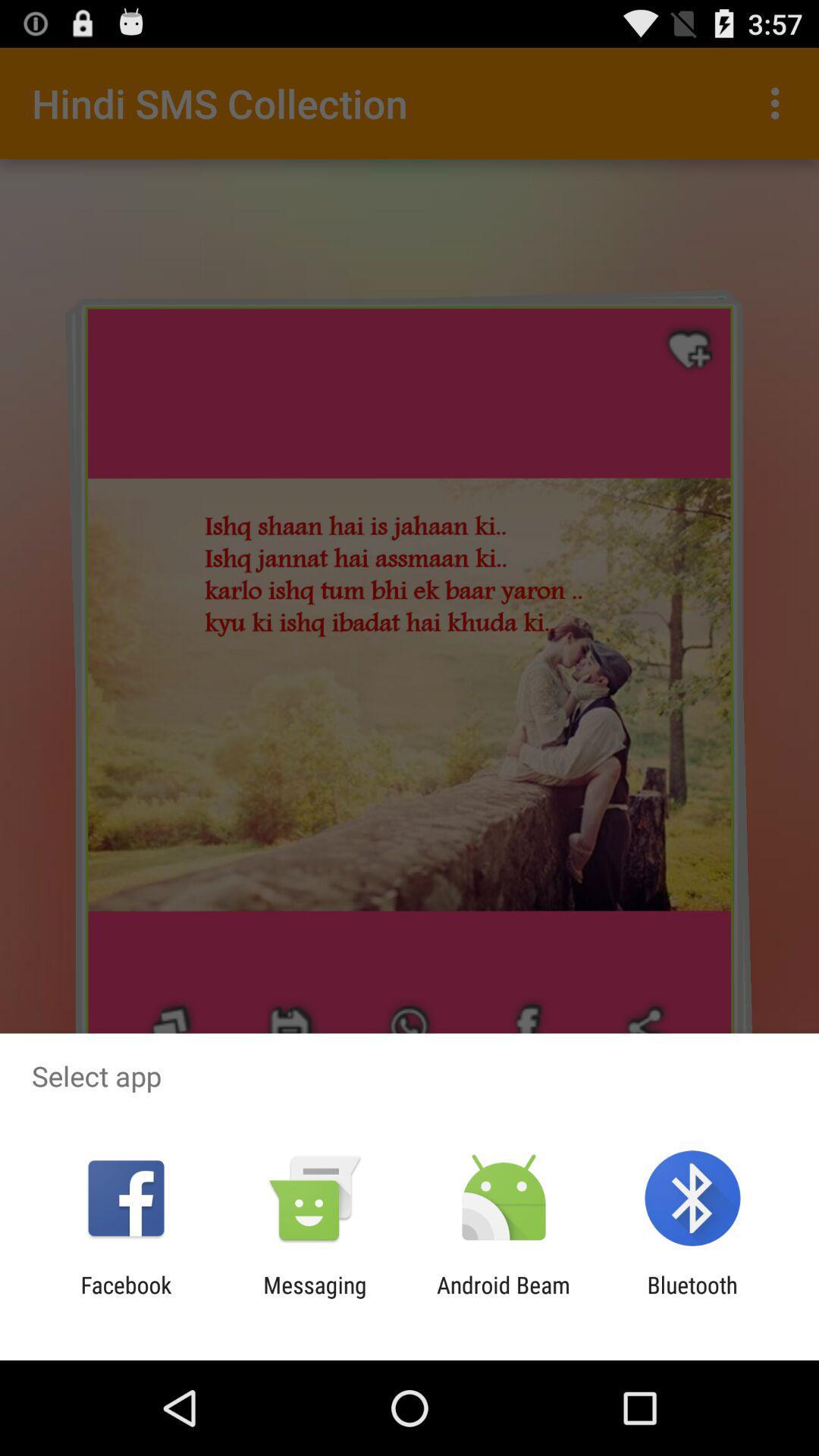  What do you see at coordinates (504, 1298) in the screenshot?
I see `the android beam app` at bounding box center [504, 1298].